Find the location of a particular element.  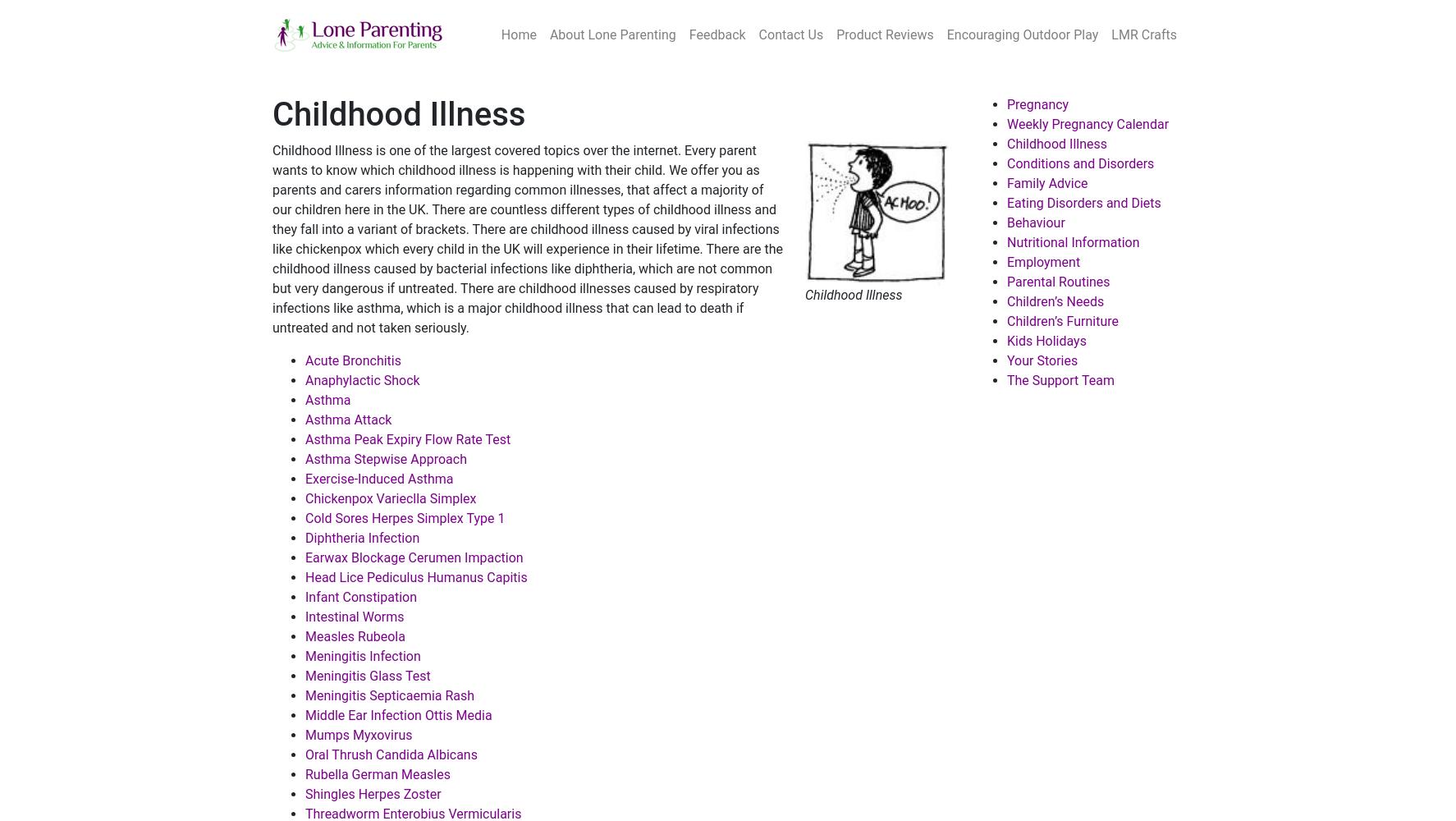

'Feedback' is located at coordinates (717, 34).